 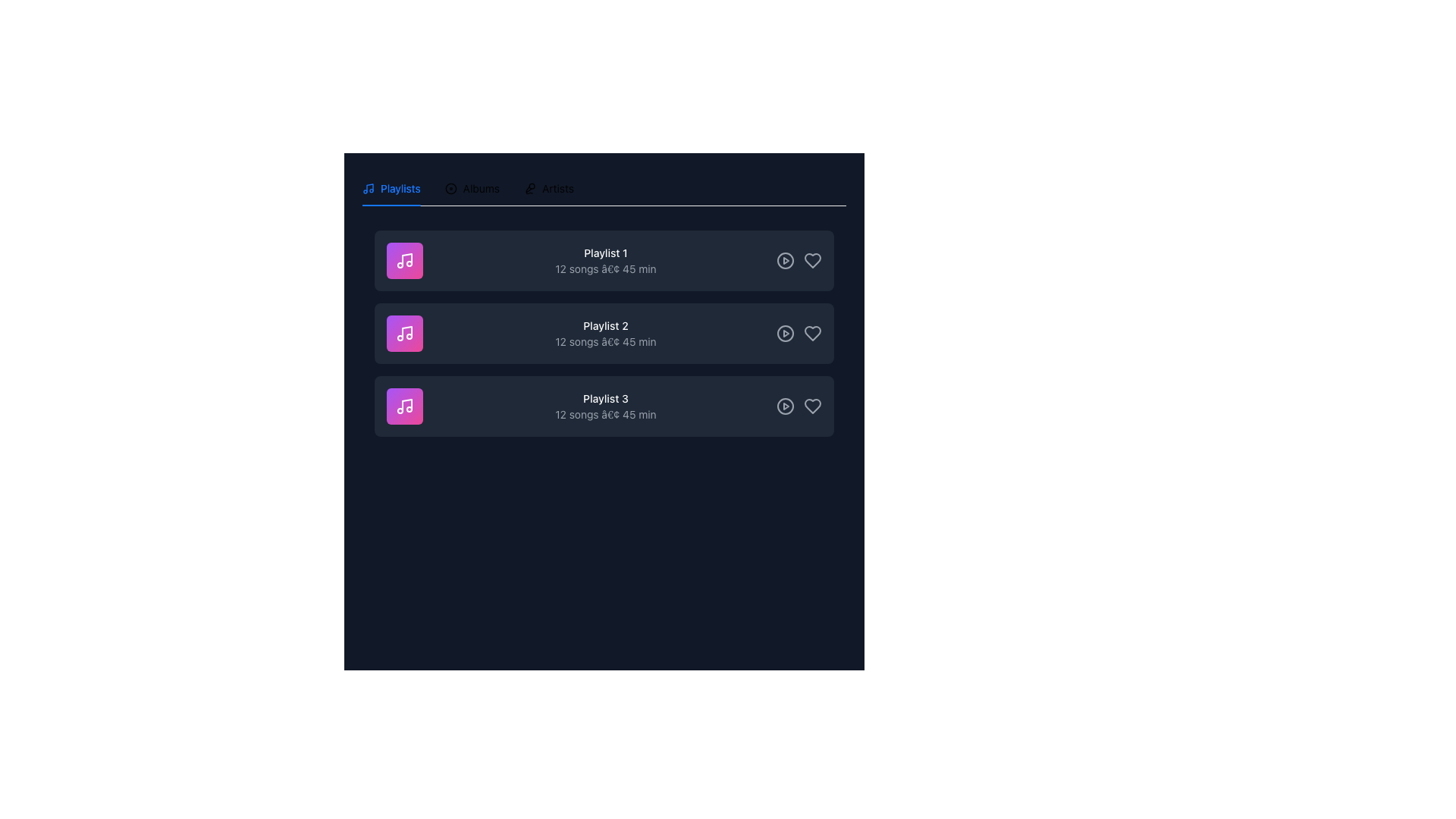 What do you see at coordinates (407, 331) in the screenshot?
I see `the musical note graphical icon located inside the small purple square in the 'Playlist 2' entry` at bounding box center [407, 331].